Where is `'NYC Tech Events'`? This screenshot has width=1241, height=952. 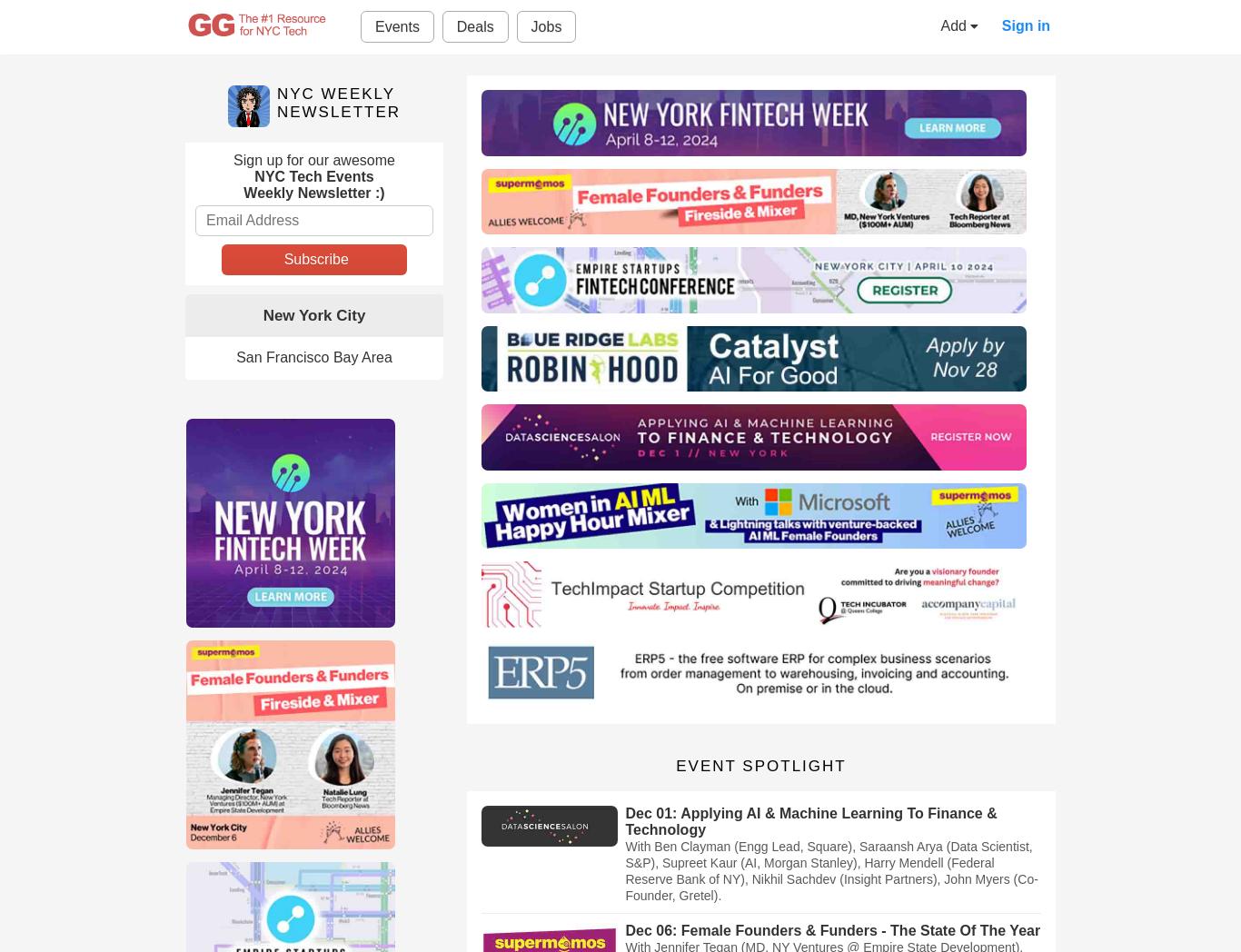
'NYC Tech Events' is located at coordinates (313, 175).